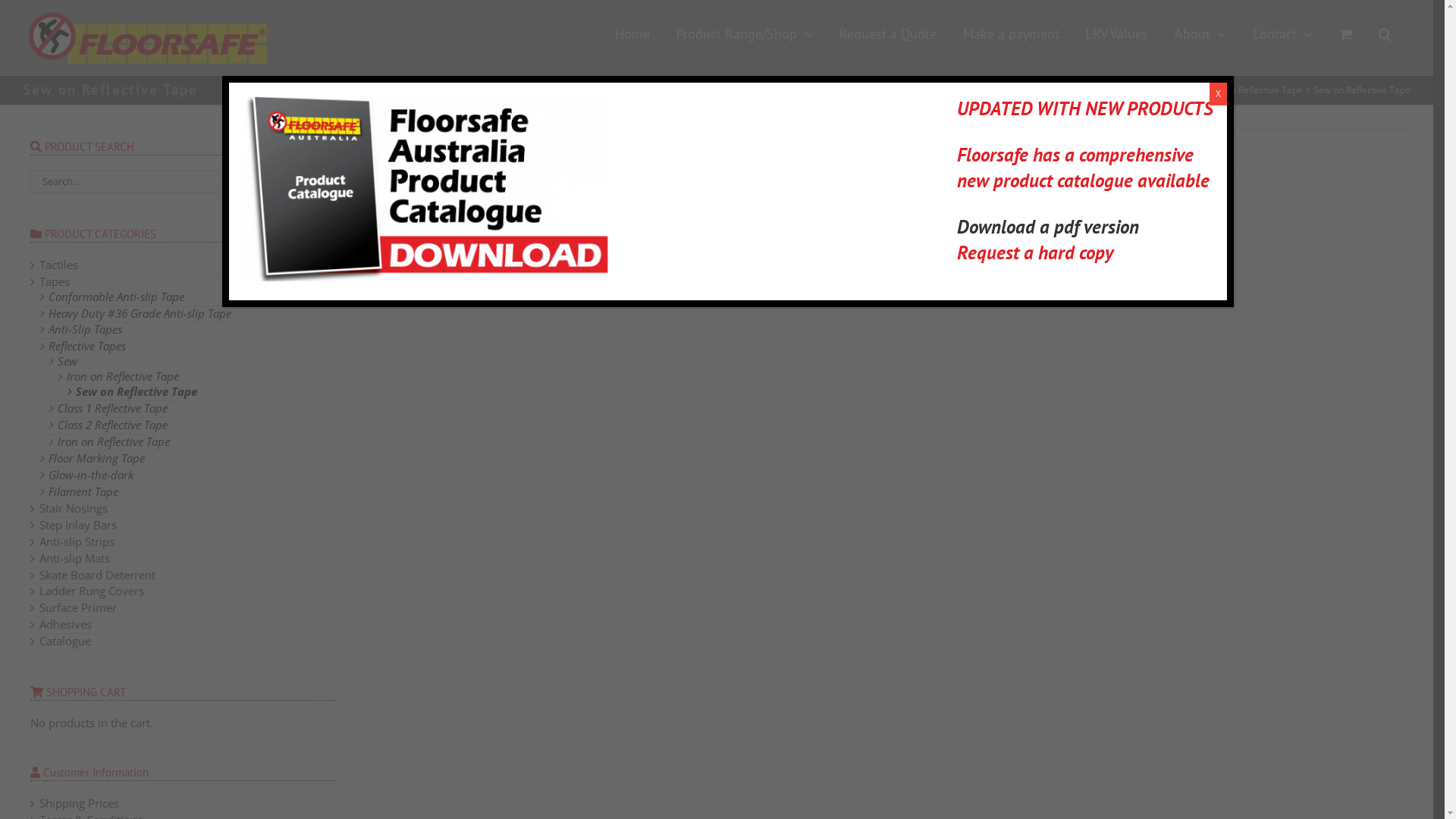 This screenshot has height=819, width=1456. What do you see at coordinates (90, 473) in the screenshot?
I see `'Glow-in-the-dark'` at bounding box center [90, 473].